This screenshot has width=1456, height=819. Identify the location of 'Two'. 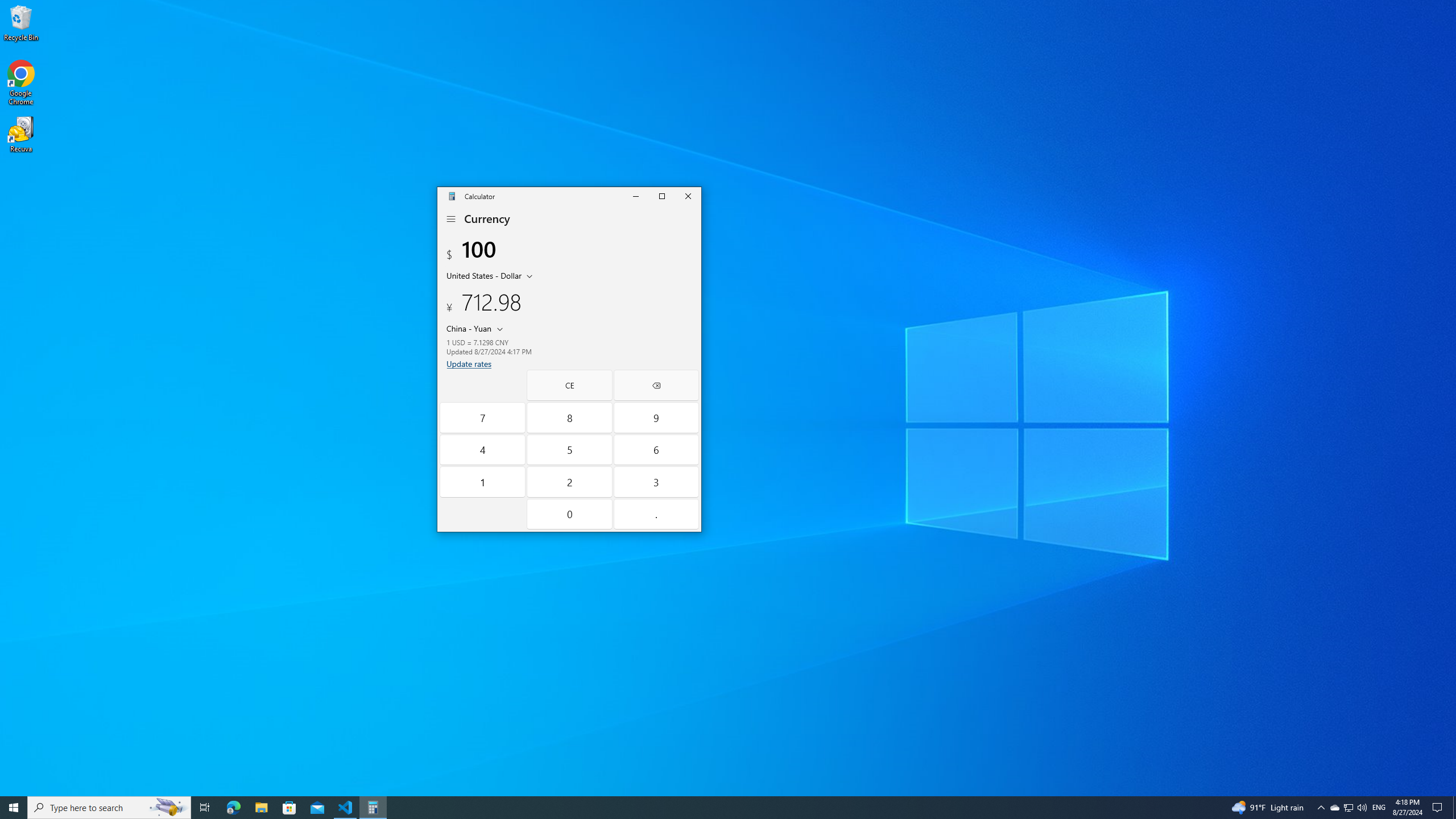
(570, 481).